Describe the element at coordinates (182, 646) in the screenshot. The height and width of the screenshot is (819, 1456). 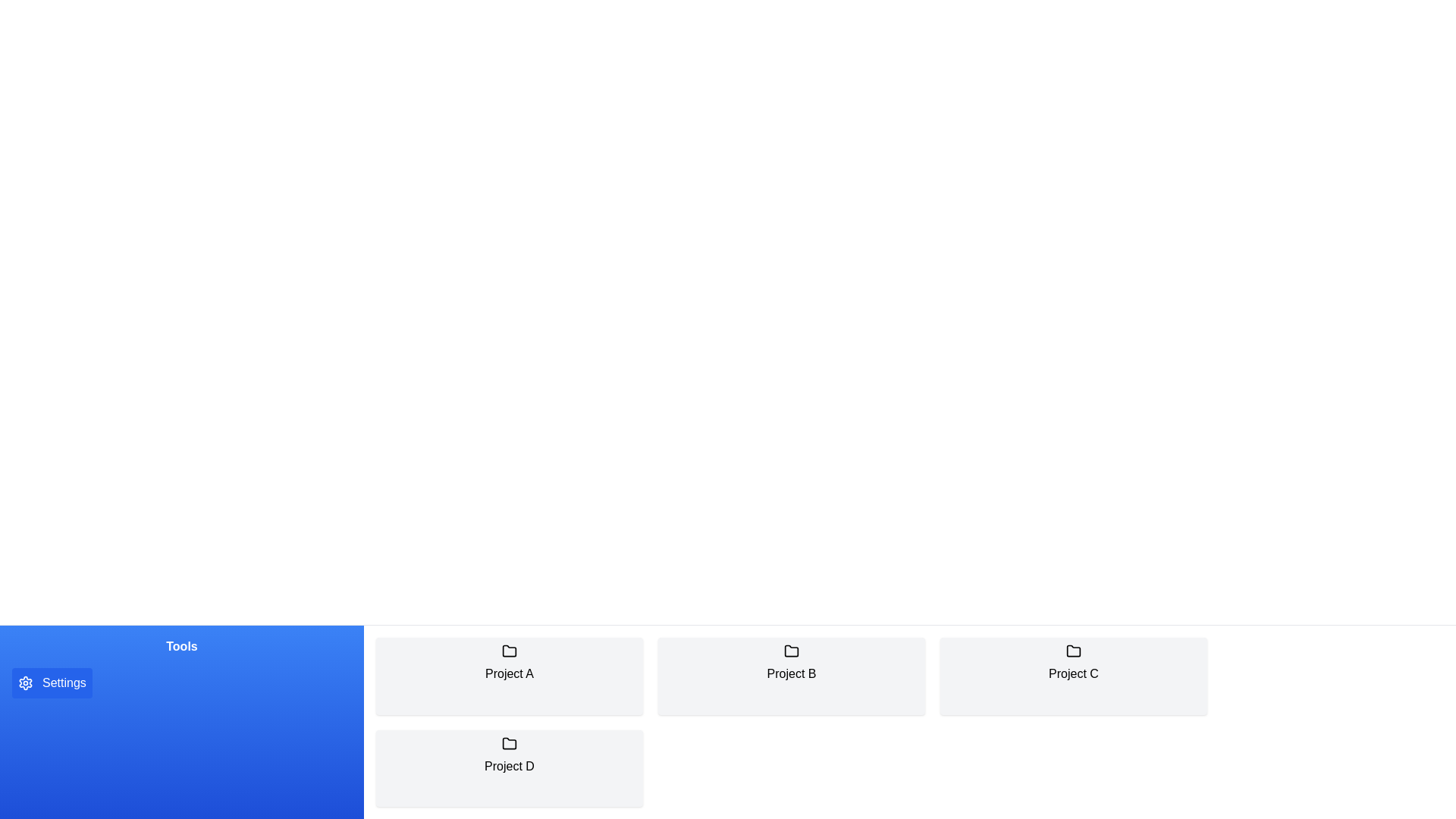
I see `the 'Tools' text label, which is bold and white on a gradient blue background, located at the top-left corner of the 'Tools Settings' section` at that location.